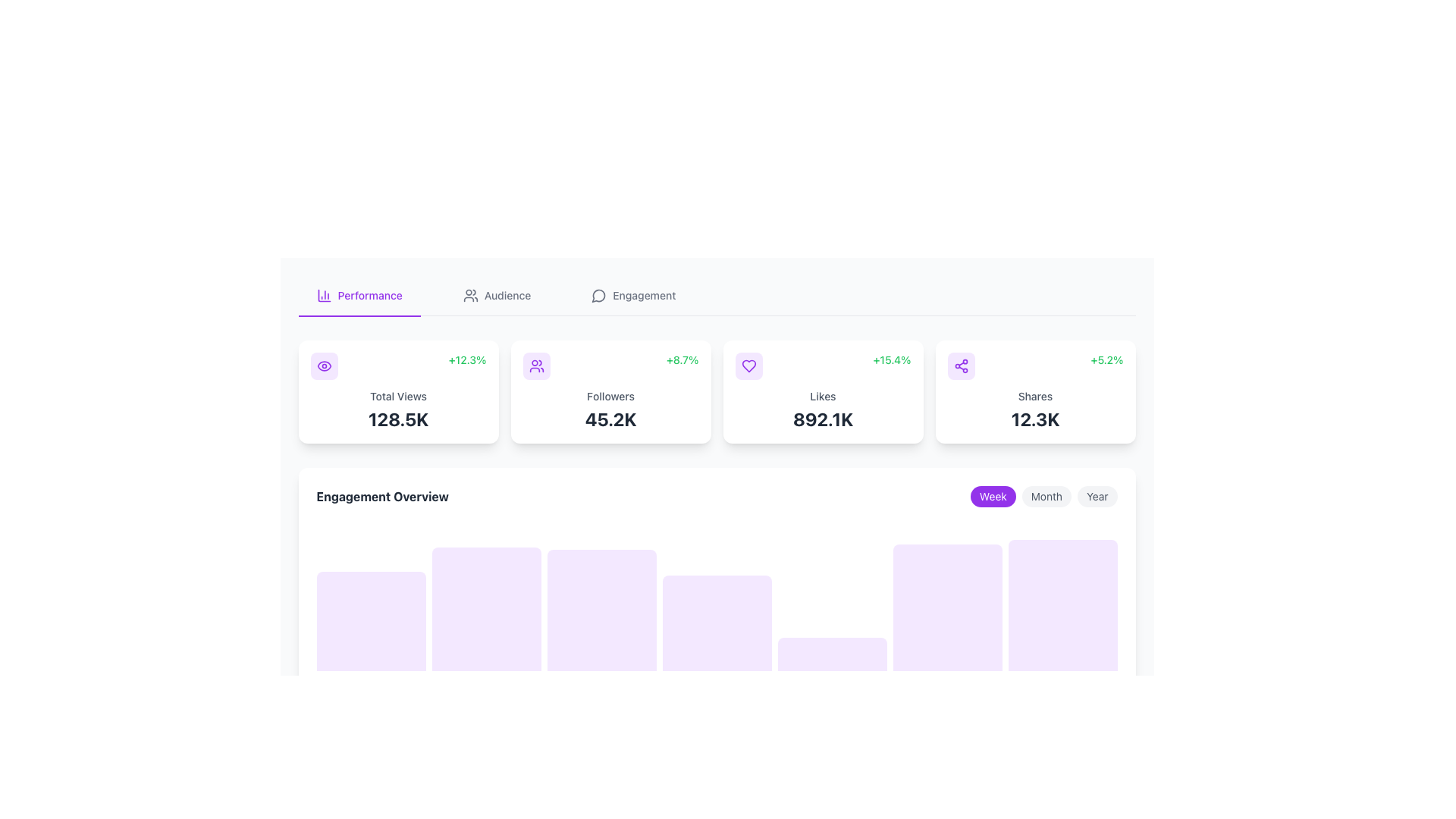 Image resolution: width=1456 pixels, height=819 pixels. I want to click on the decorative visibility icon located in the third card under the 'Performance' tab, which is centered within a purple-tinted rounded rectangle, so click(323, 366).